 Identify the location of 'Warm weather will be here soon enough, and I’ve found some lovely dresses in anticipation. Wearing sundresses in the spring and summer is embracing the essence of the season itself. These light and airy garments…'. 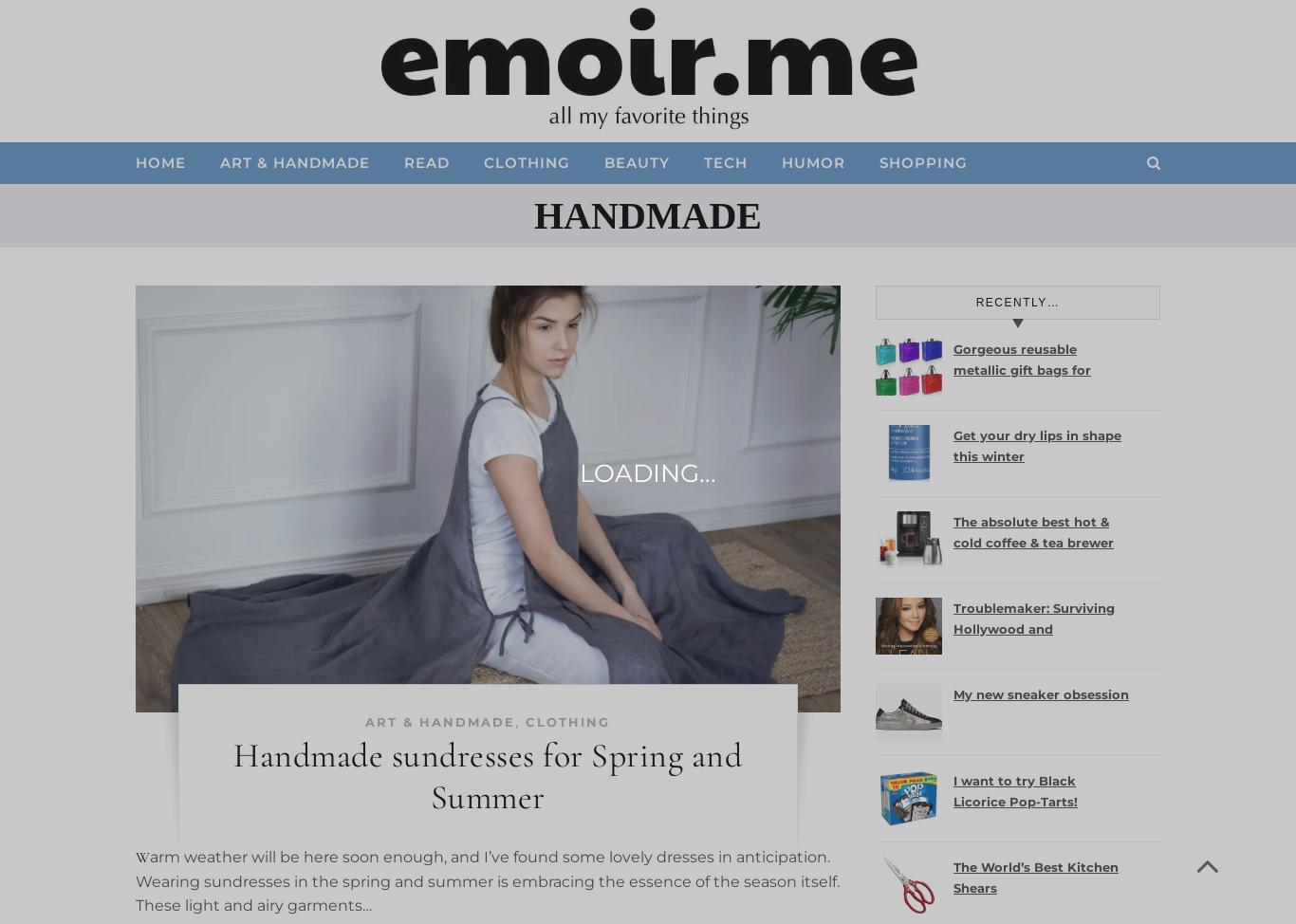
(135, 880).